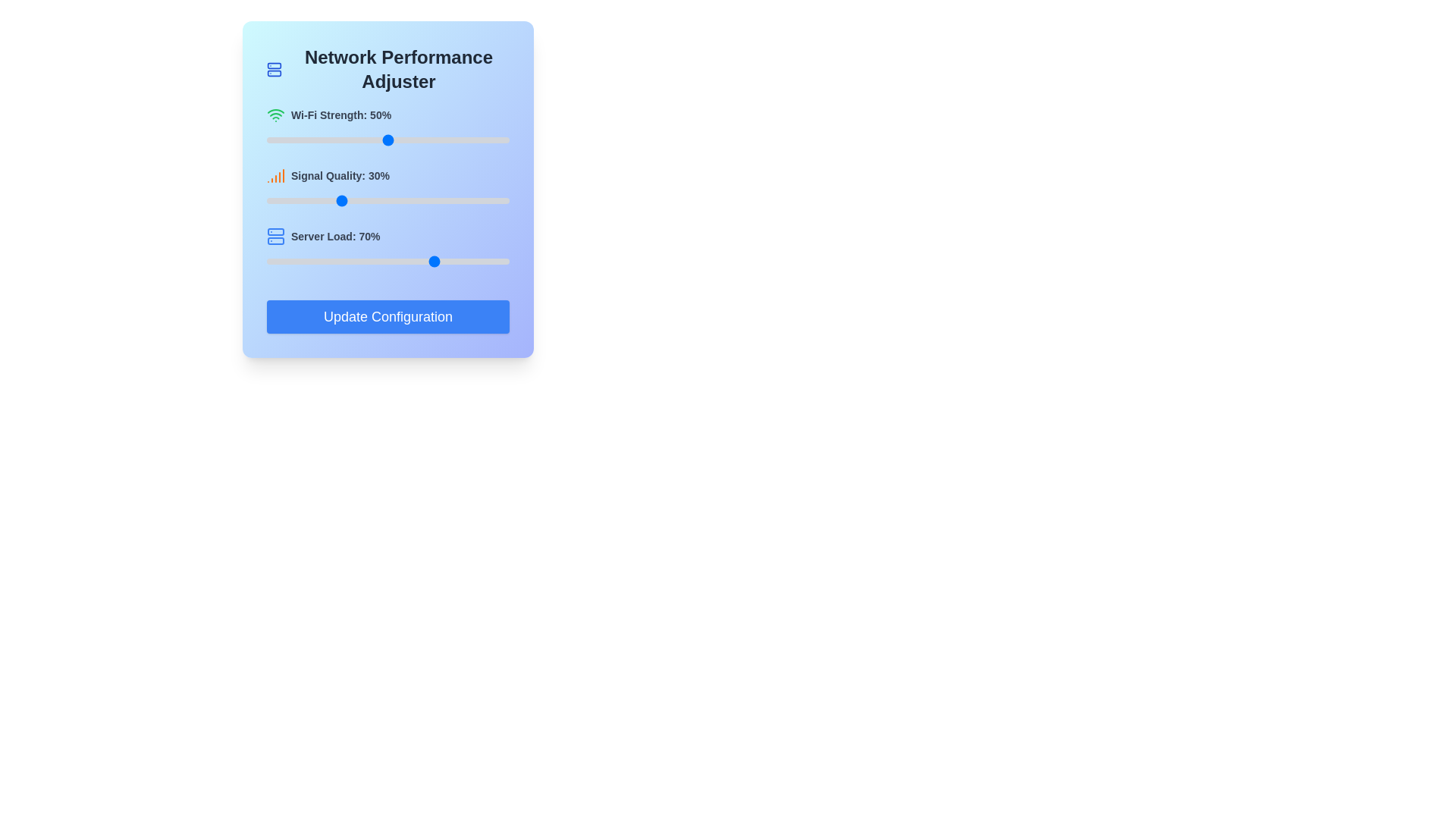 The height and width of the screenshot is (819, 1456). What do you see at coordinates (417, 140) in the screenshot?
I see `Wi-Fi strength` at bounding box center [417, 140].